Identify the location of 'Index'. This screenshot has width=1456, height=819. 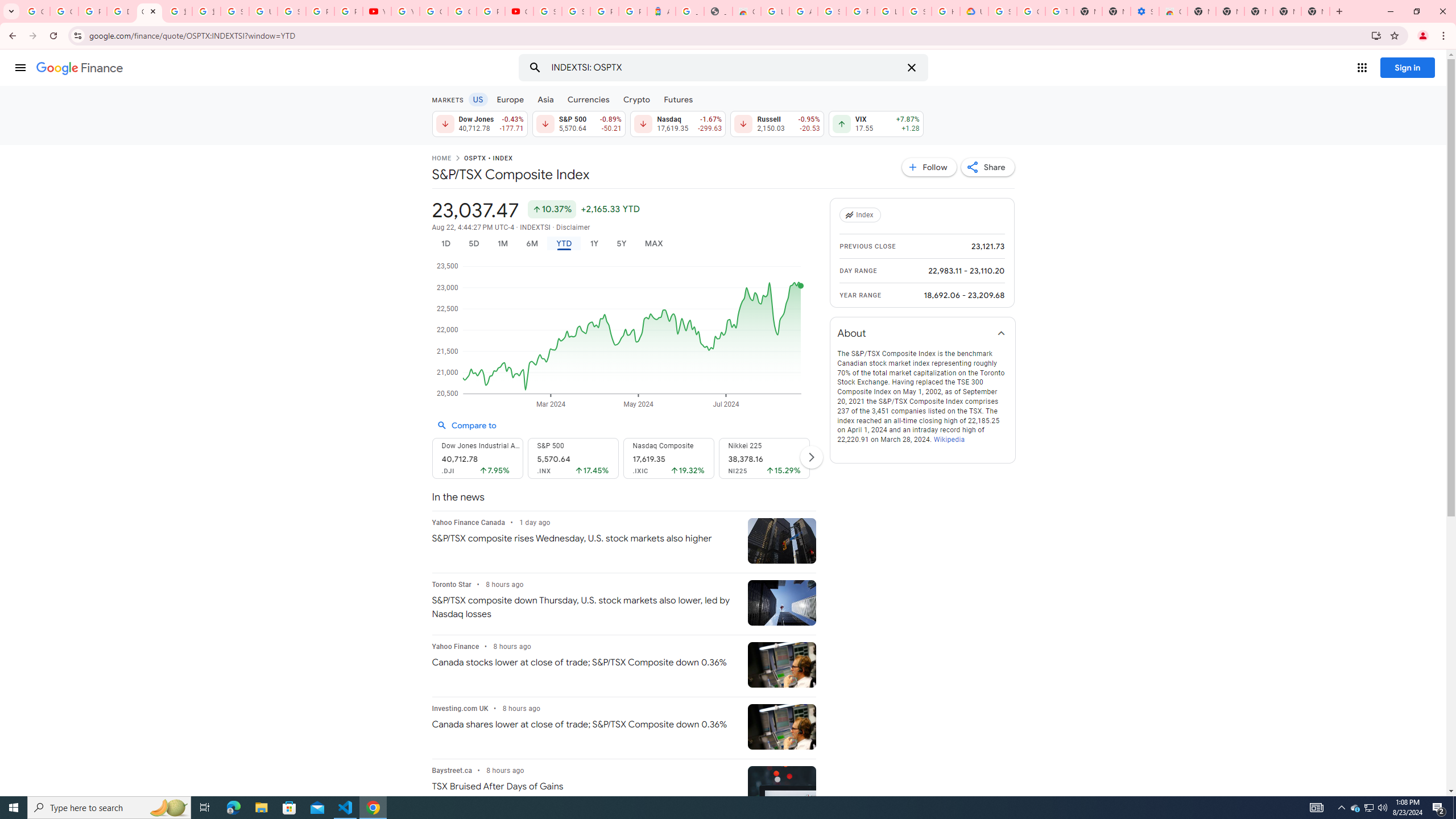
(862, 215).